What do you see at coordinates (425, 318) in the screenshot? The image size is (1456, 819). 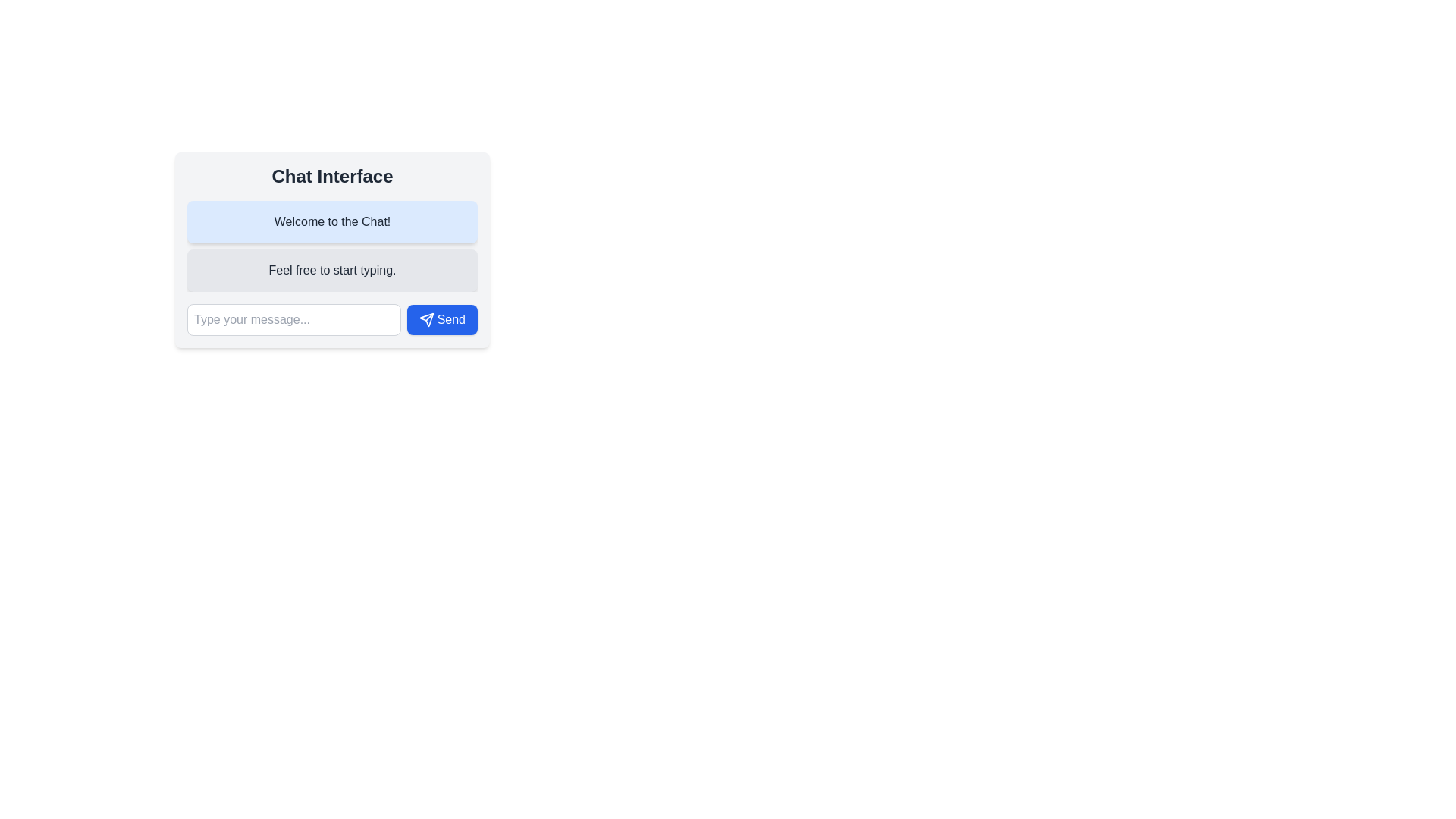 I see `the 'Send' button icon located on the far right of the input field in the chat interface to send the message typed in the adjacent input box` at bounding box center [425, 318].